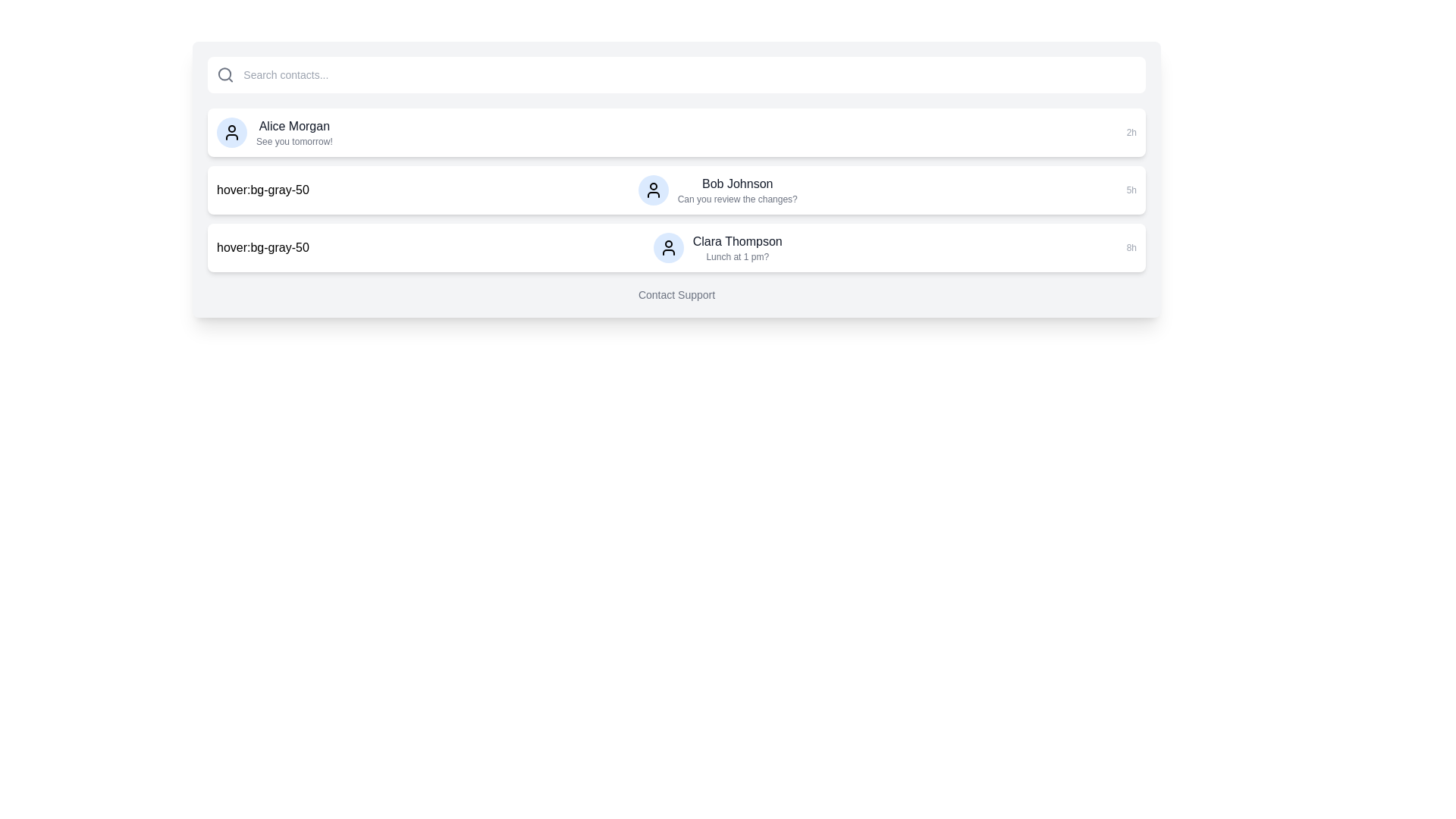  I want to click on text content displayed as 'Bob Johnson', which identifies the associated user or entity. This text is centrally located within a list entry, above the secondary text element 'Can you review the changes?', so click(737, 184).